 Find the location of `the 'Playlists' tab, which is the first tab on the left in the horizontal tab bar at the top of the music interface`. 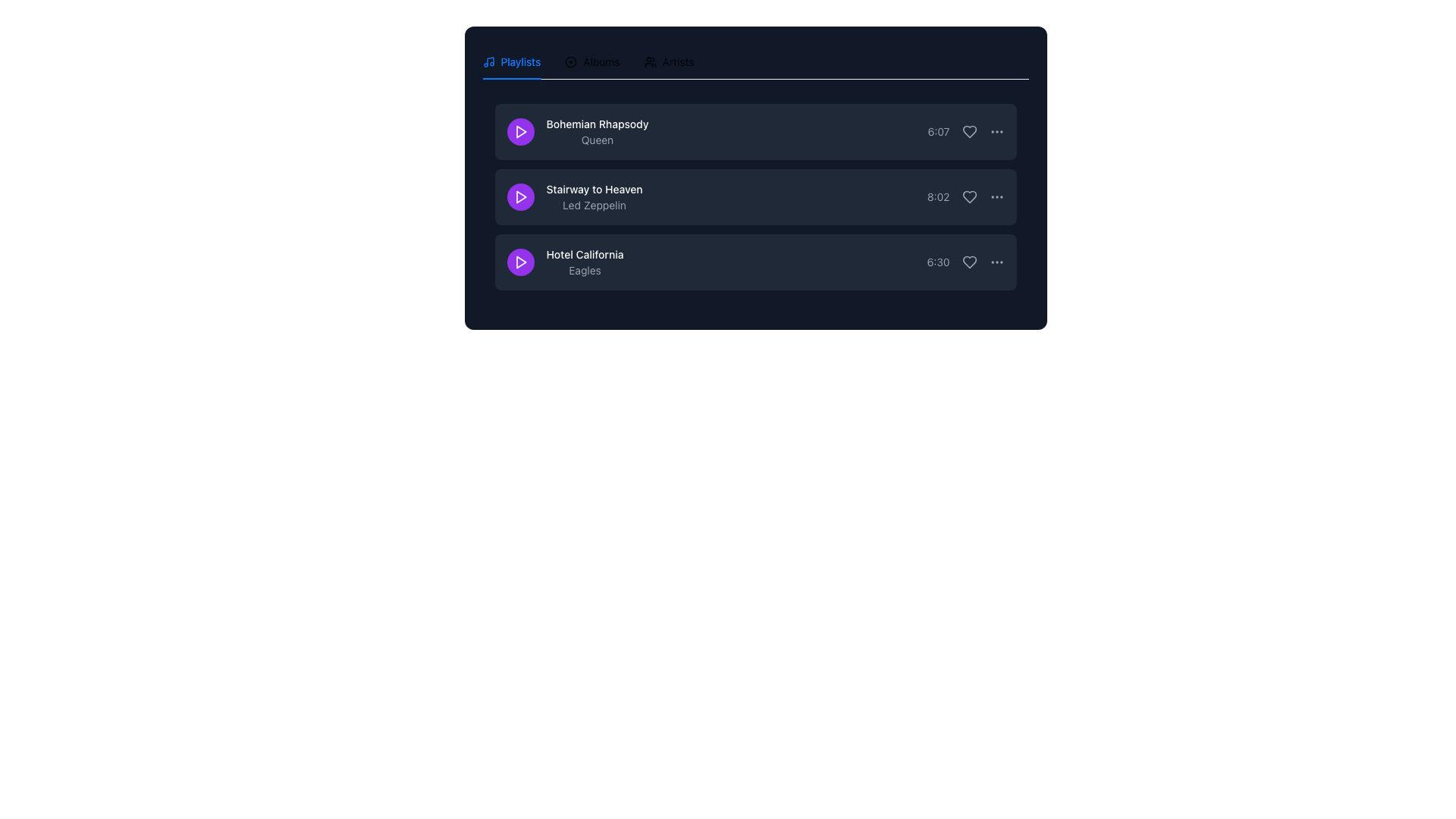

the 'Playlists' tab, which is the first tab on the left in the horizontal tab bar at the top of the music interface is located at coordinates (511, 61).